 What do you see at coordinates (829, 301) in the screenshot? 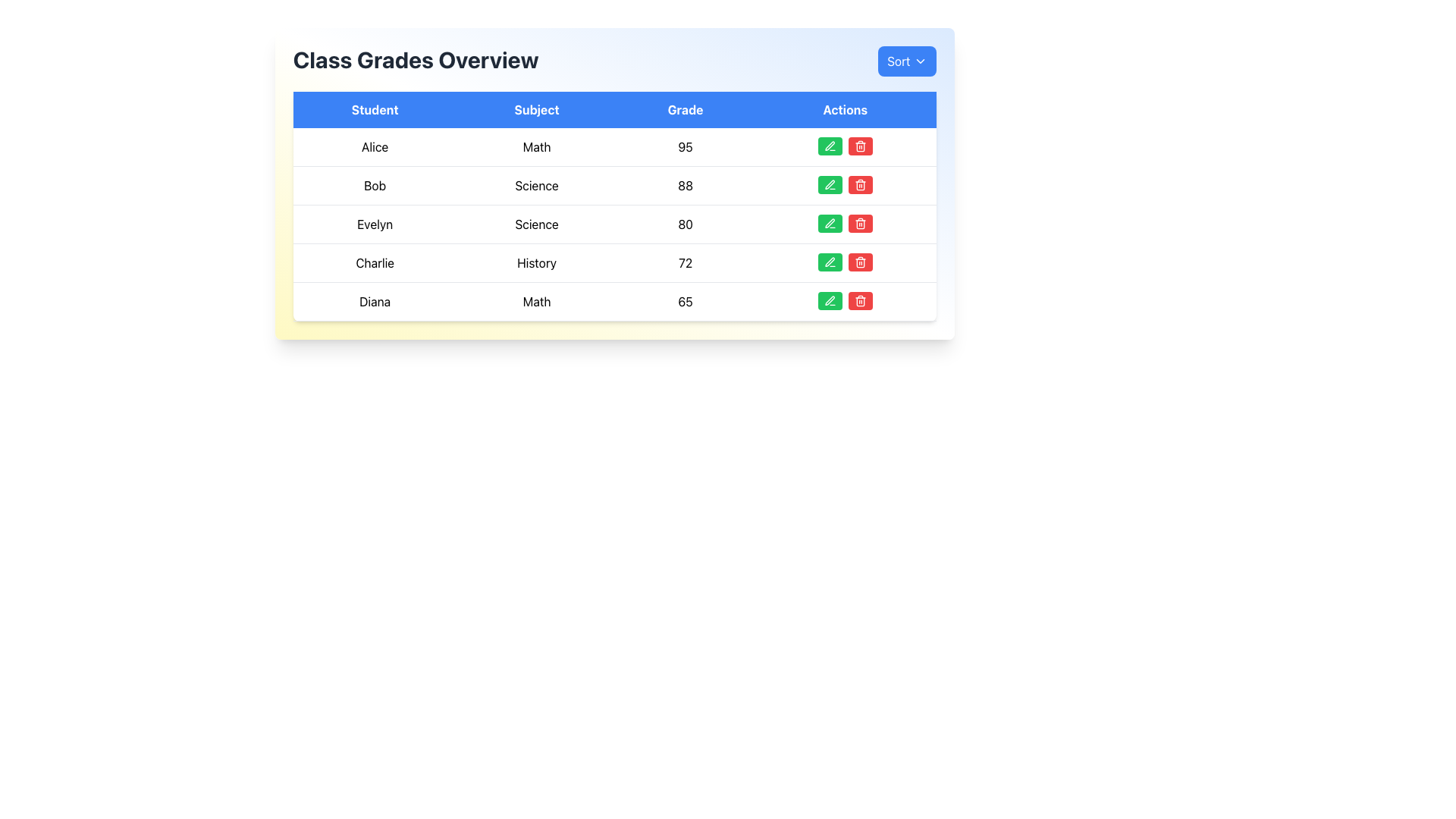
I see `the green edit button with a pen icon located in the 'Actions' column for the student 'Diana' to initiate edit mode for the row` at bounding box center [829, 301].